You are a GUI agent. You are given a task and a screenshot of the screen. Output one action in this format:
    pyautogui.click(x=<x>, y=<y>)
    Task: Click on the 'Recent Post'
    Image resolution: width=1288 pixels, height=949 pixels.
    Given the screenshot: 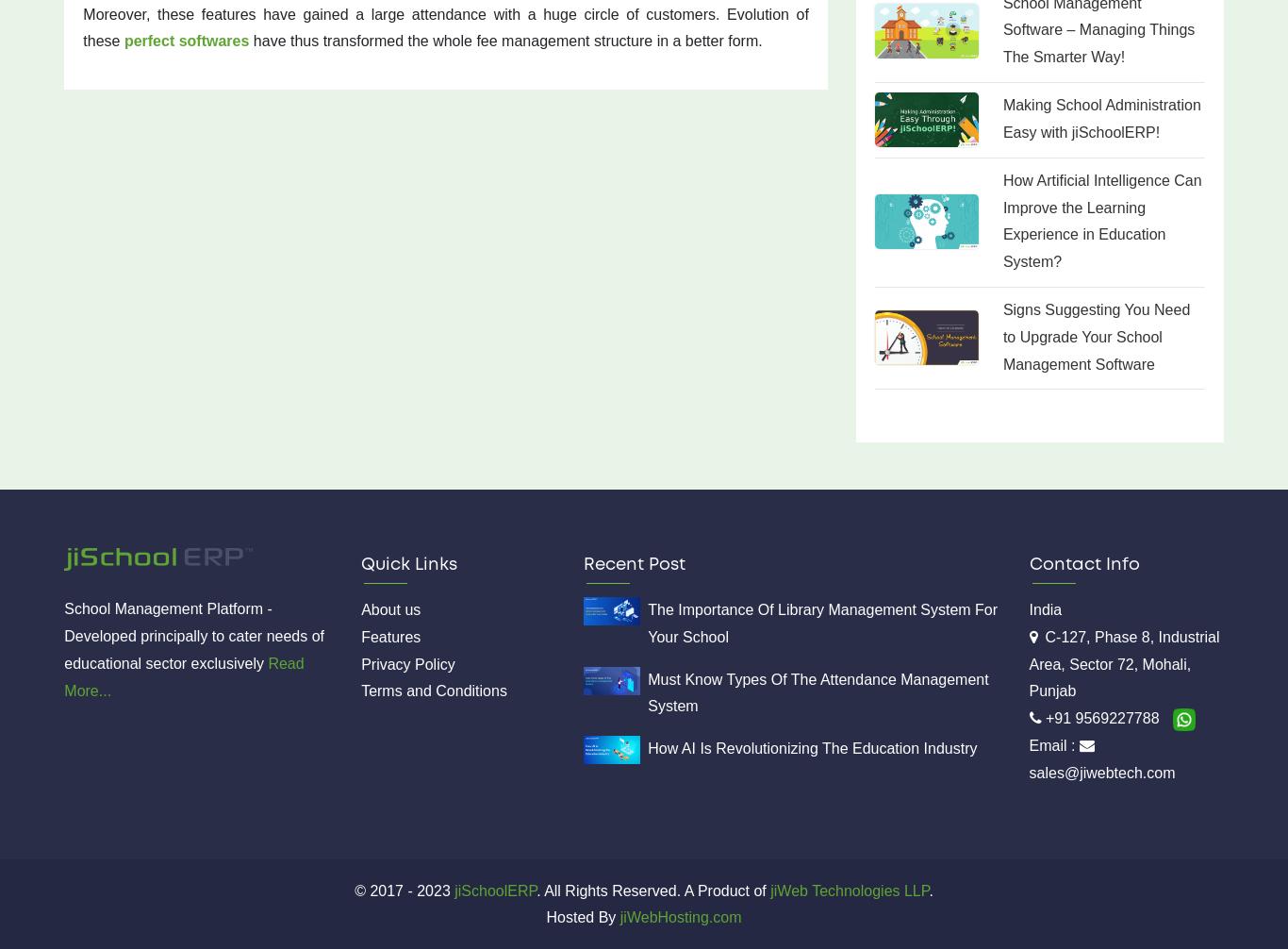 What is the action you would take?
    pyautogui.click(x=634, y=564)
    